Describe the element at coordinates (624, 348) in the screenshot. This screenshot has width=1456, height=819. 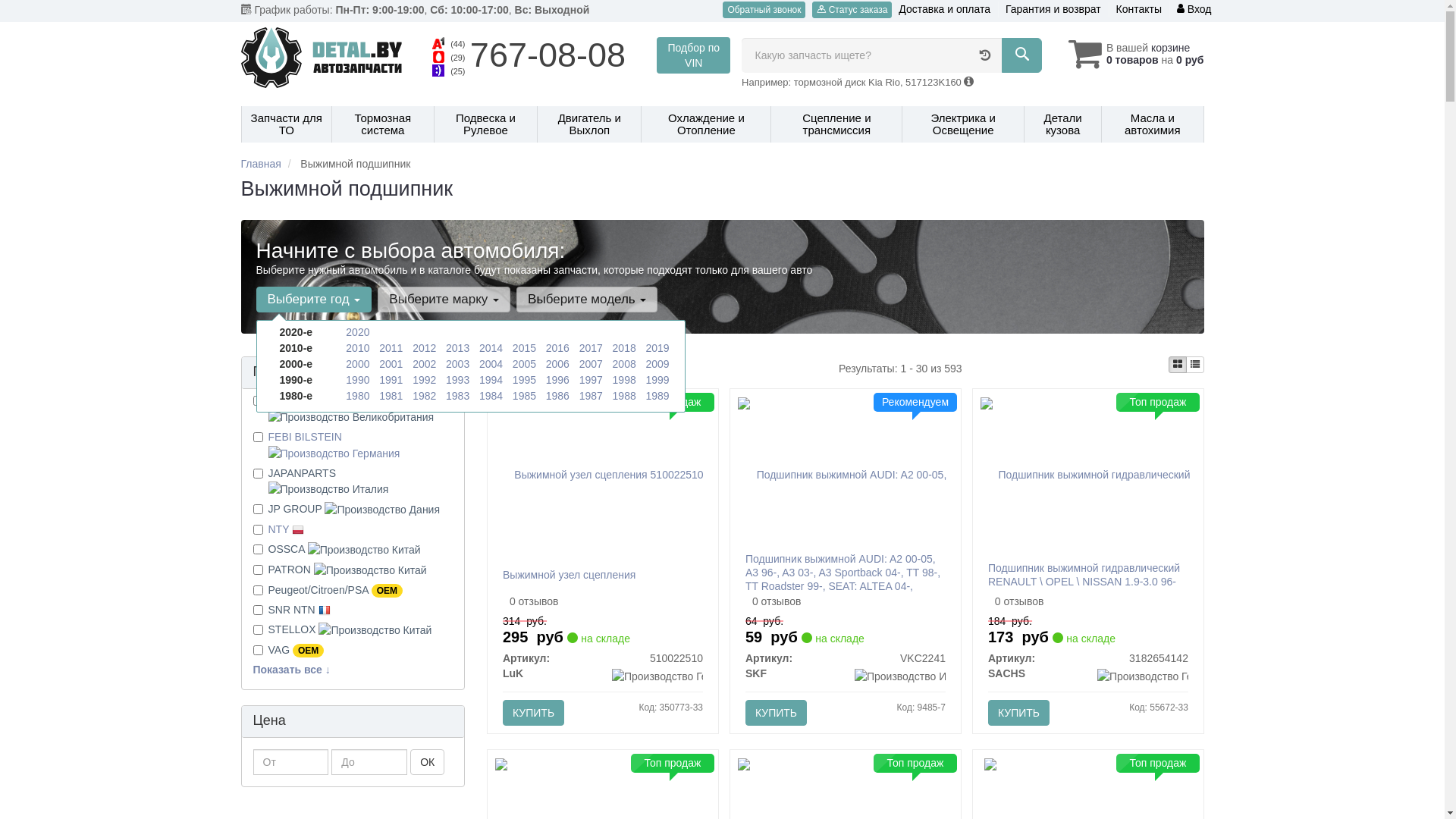
I see `'2018'` at that location.